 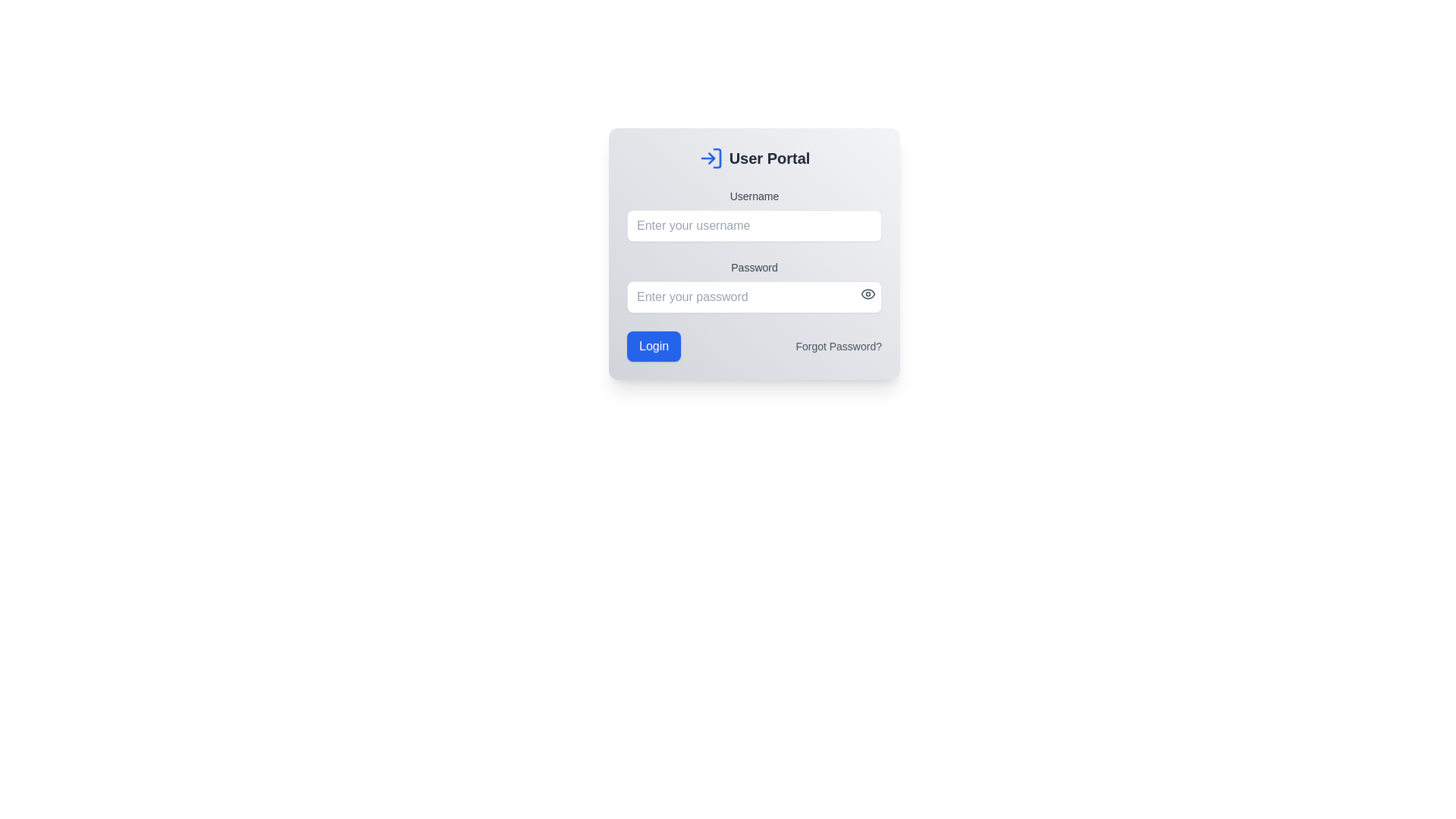 What do you see at coordinates (710, 158) in the screenshot?
I see `the log-in icon positioned to the left of the 'User Portal' text in the header area` at bounding box center [710, 158].